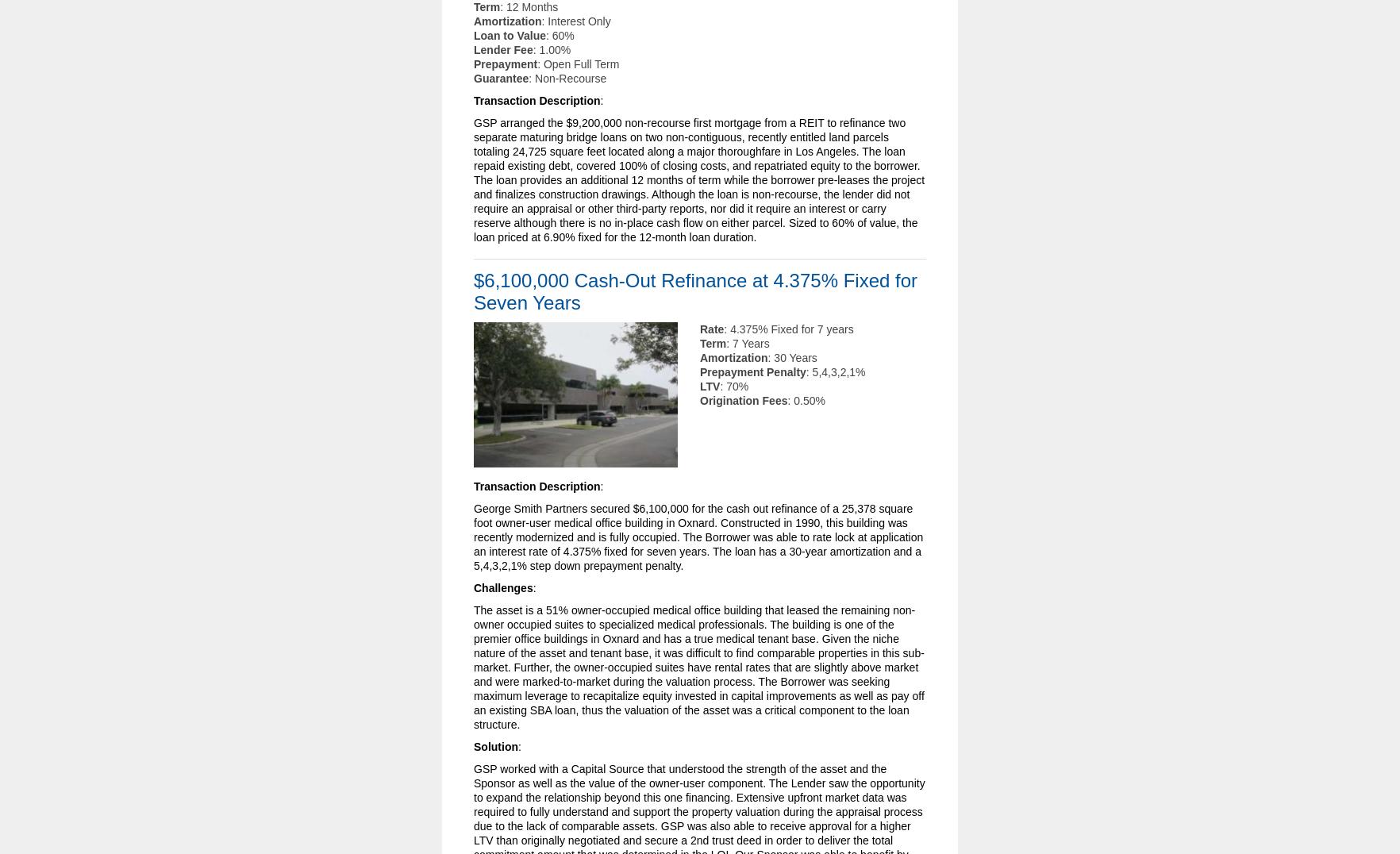 Image resolution: width=1400 pixels, height=854 pixels. I want to click on 'Solution', so click(495, 744).